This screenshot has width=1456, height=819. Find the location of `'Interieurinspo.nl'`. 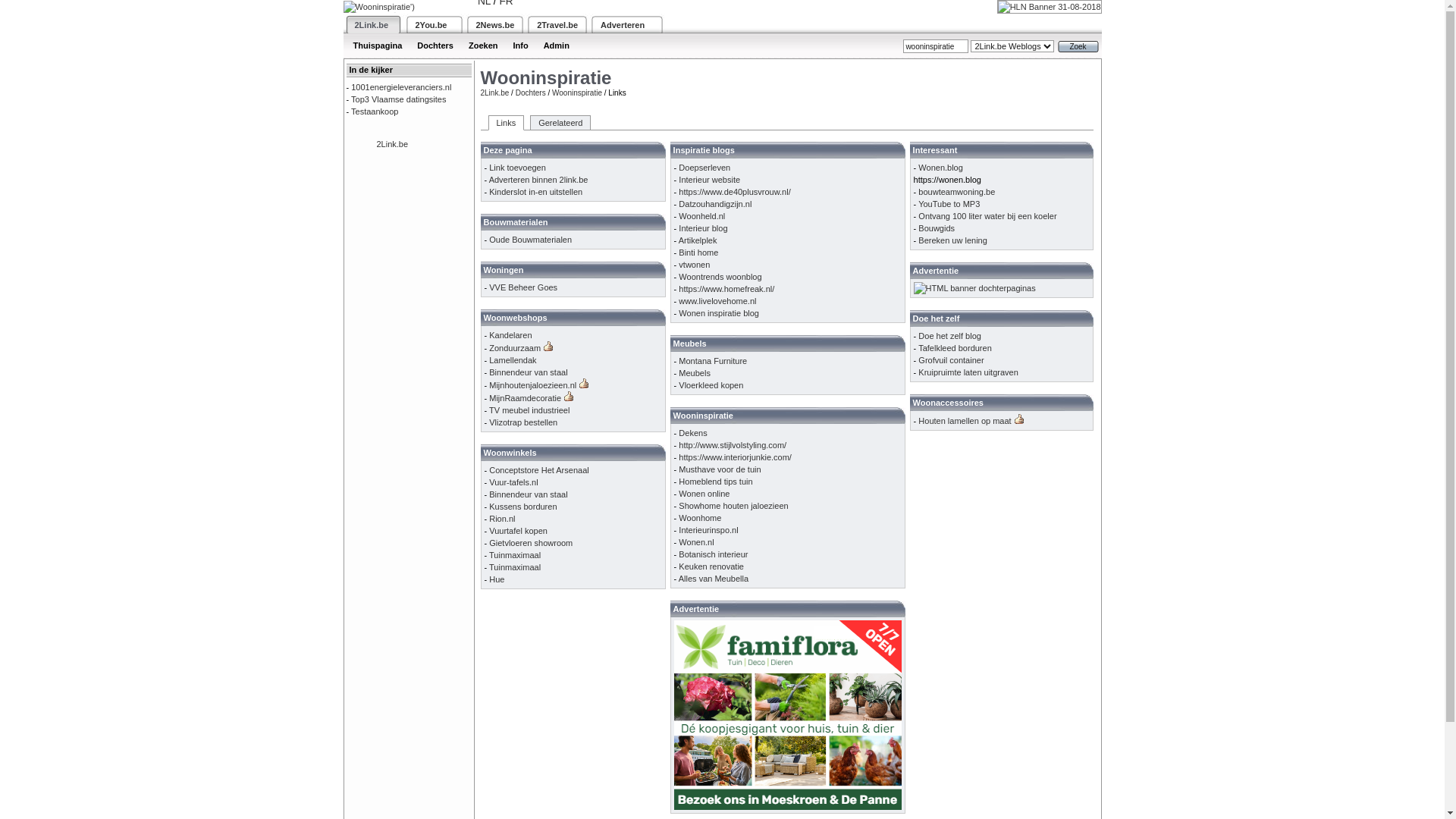

'Interieurinspo.nl' is located at coordinates (708, 529).